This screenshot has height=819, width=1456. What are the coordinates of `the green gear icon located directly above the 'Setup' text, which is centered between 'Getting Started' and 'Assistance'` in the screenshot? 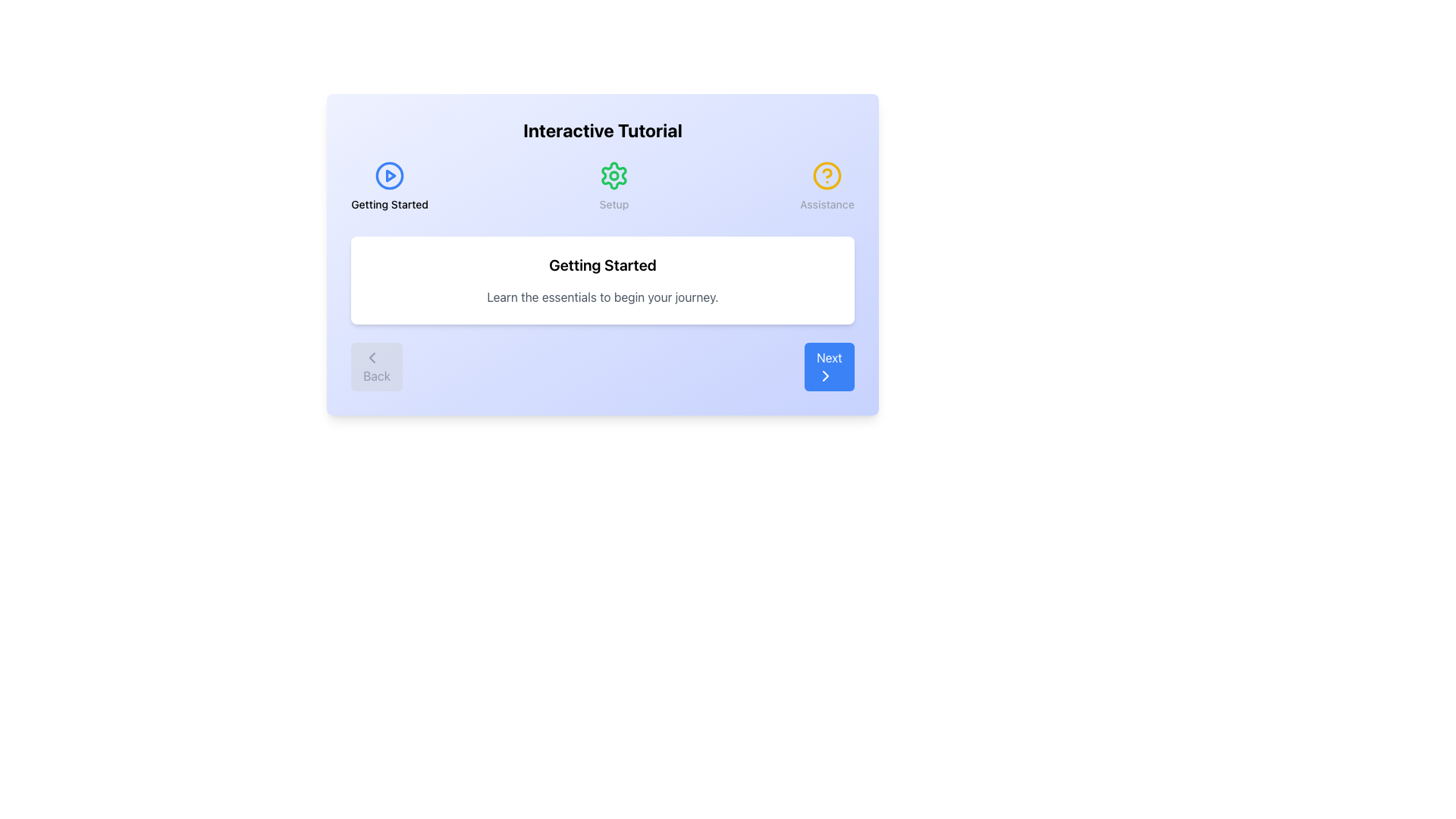 It's located at (614, 174).